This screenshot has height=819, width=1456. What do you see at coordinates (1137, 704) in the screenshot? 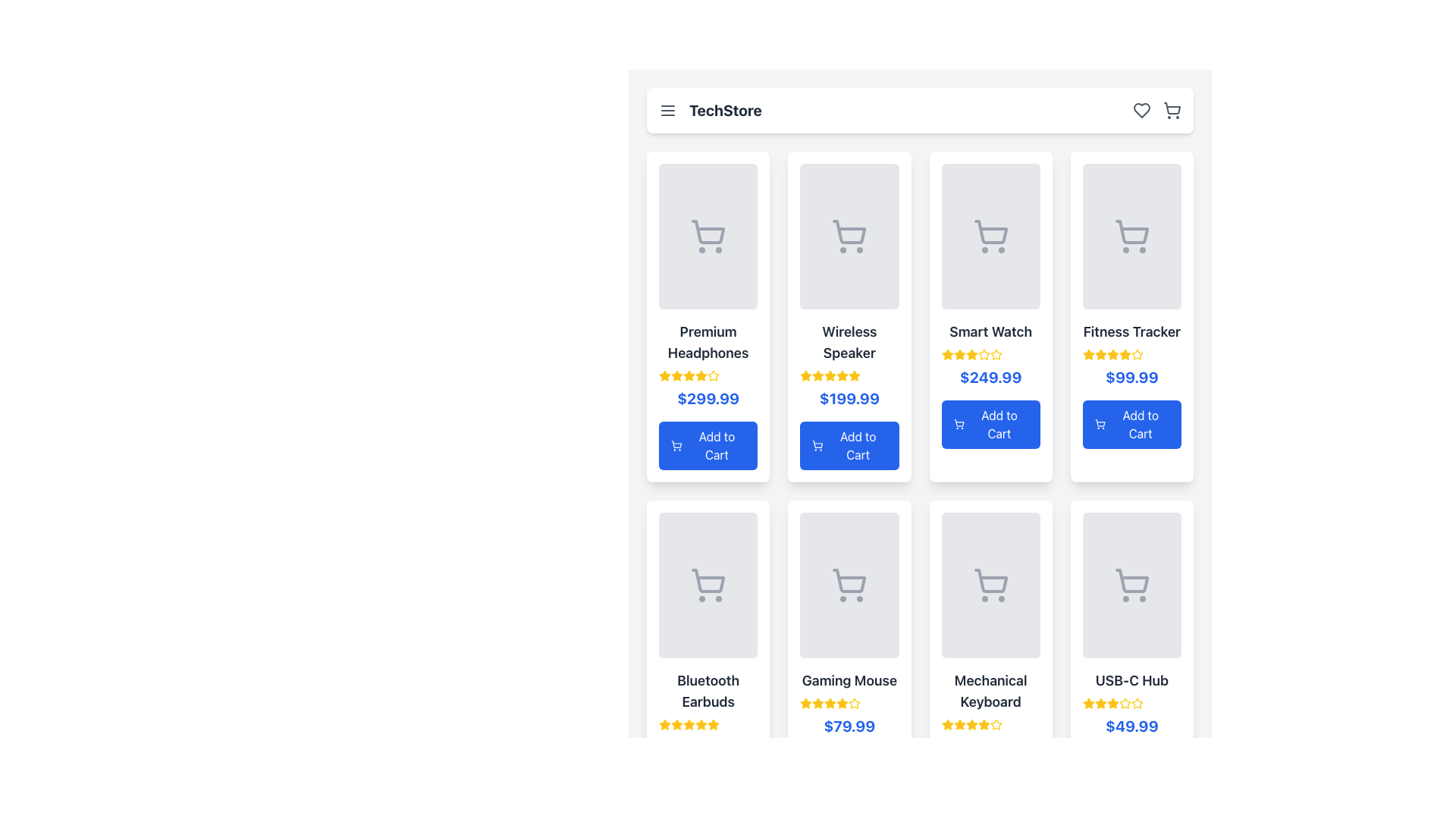
I see `the yellow star-shaped icon` at bounding box center [1137, 704].